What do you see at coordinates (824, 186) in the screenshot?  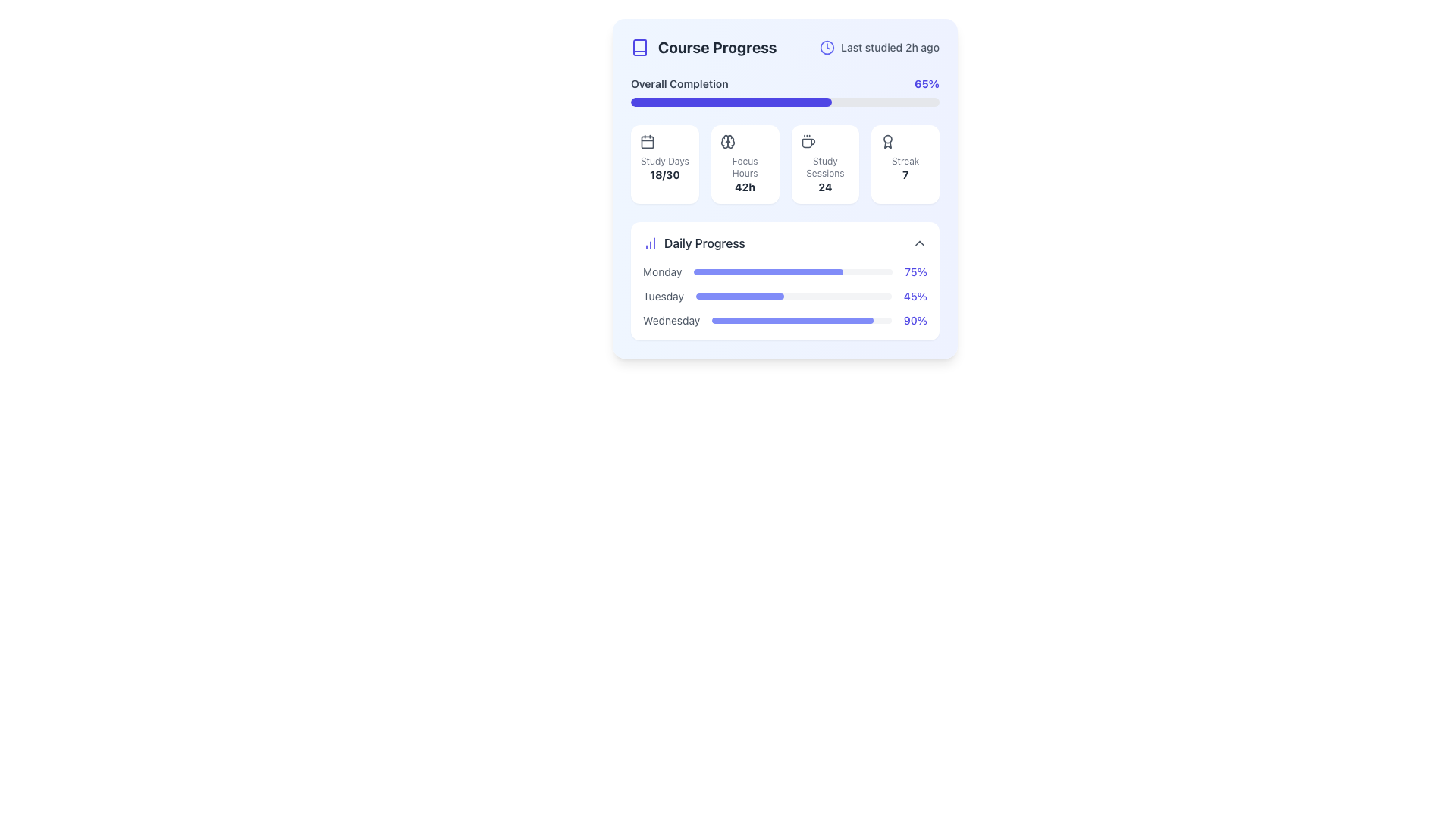 I see `the text element that displays the number of study sessions recorded, located in the 'Study Sessions' card` at bounding box center [824, 186].